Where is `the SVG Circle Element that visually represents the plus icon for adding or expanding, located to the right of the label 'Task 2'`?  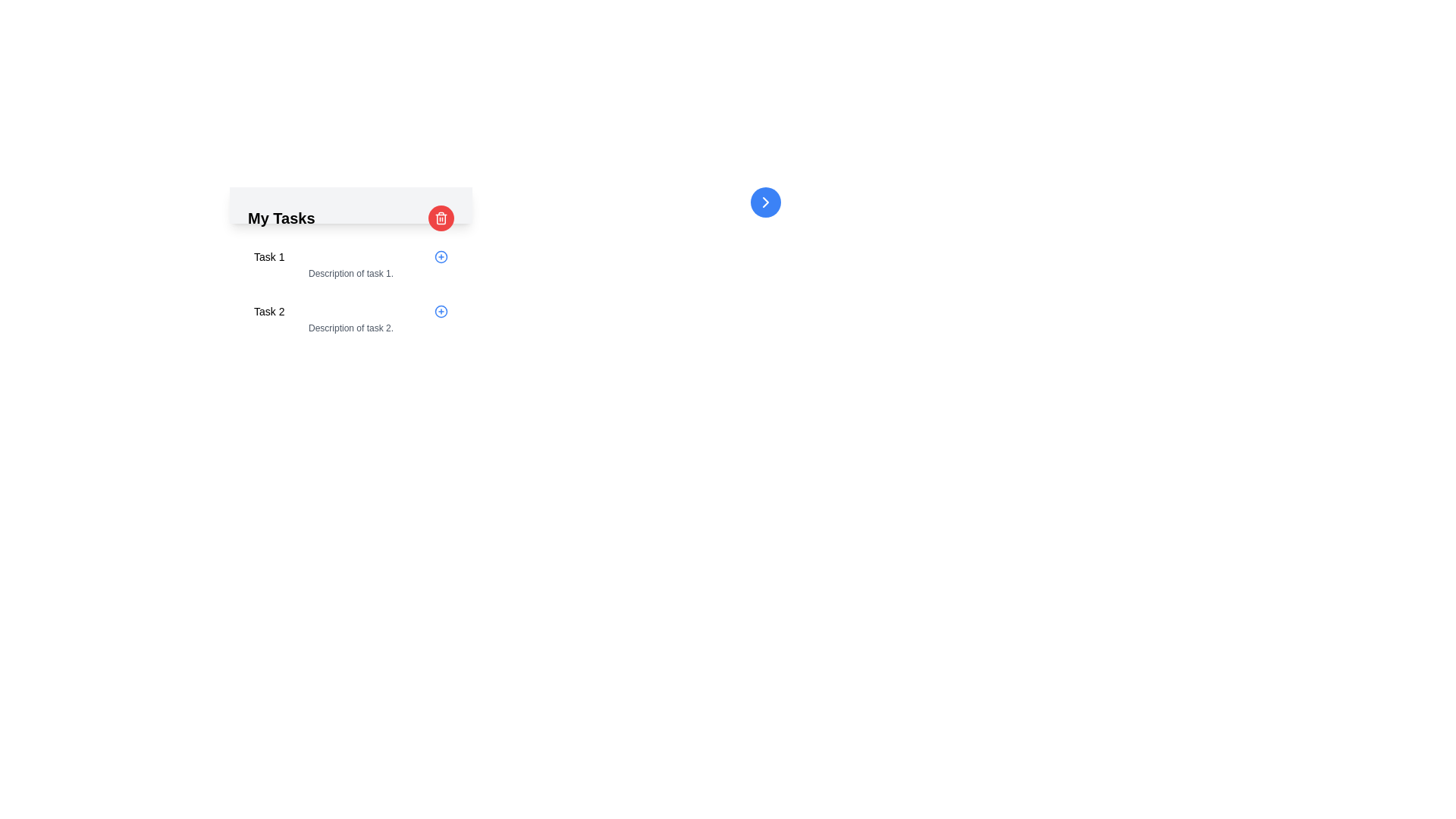
the SVG Circle Element that visually represents the plus icon for adding or expanding, located to the right of the label 'Task 2' is located at coordinates (440, 256).